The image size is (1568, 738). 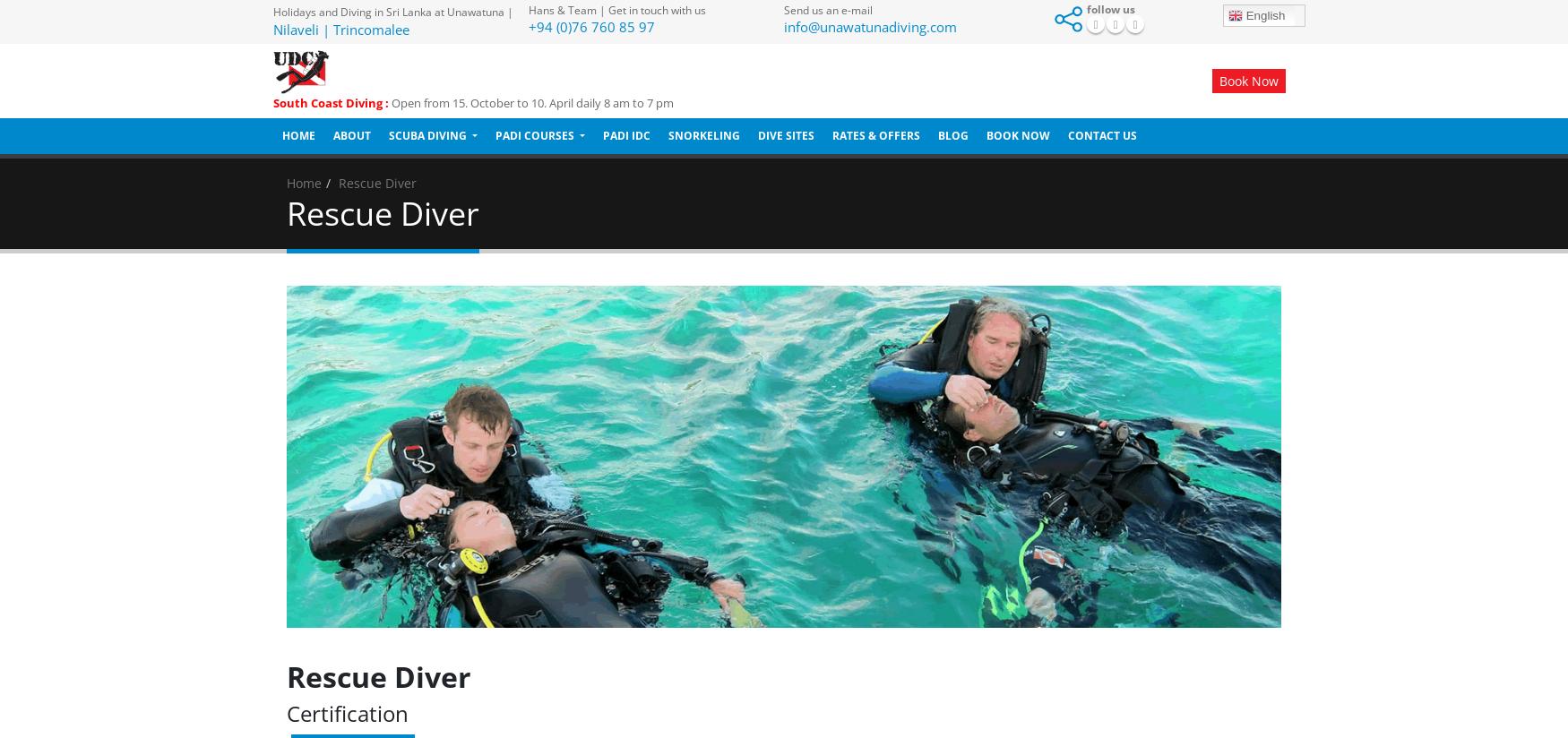 I want to click on 'South Coast Diving :', so click(x=331, y=103).